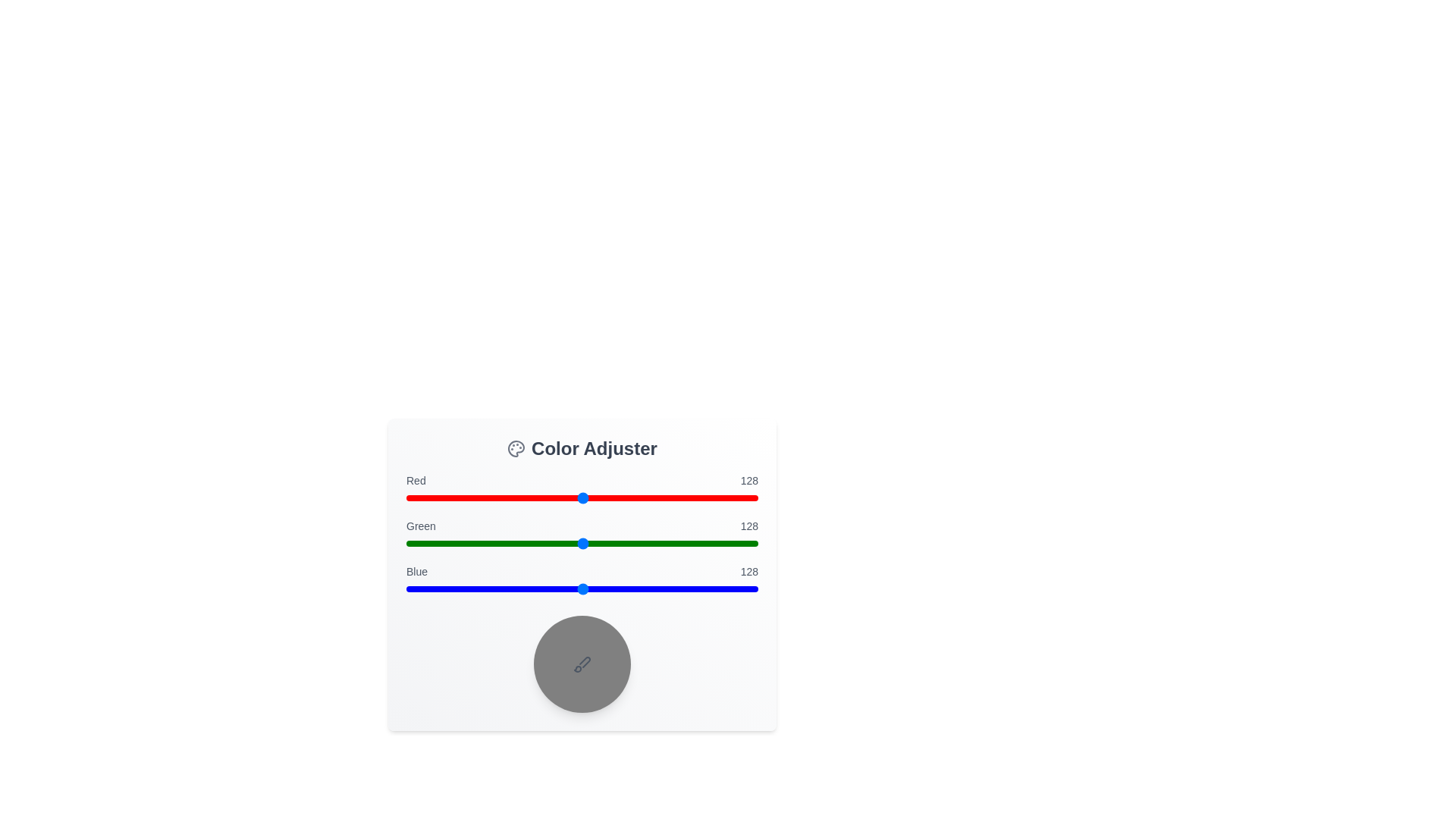  I want to click on the red slider to the value 228, so click(720, 497).